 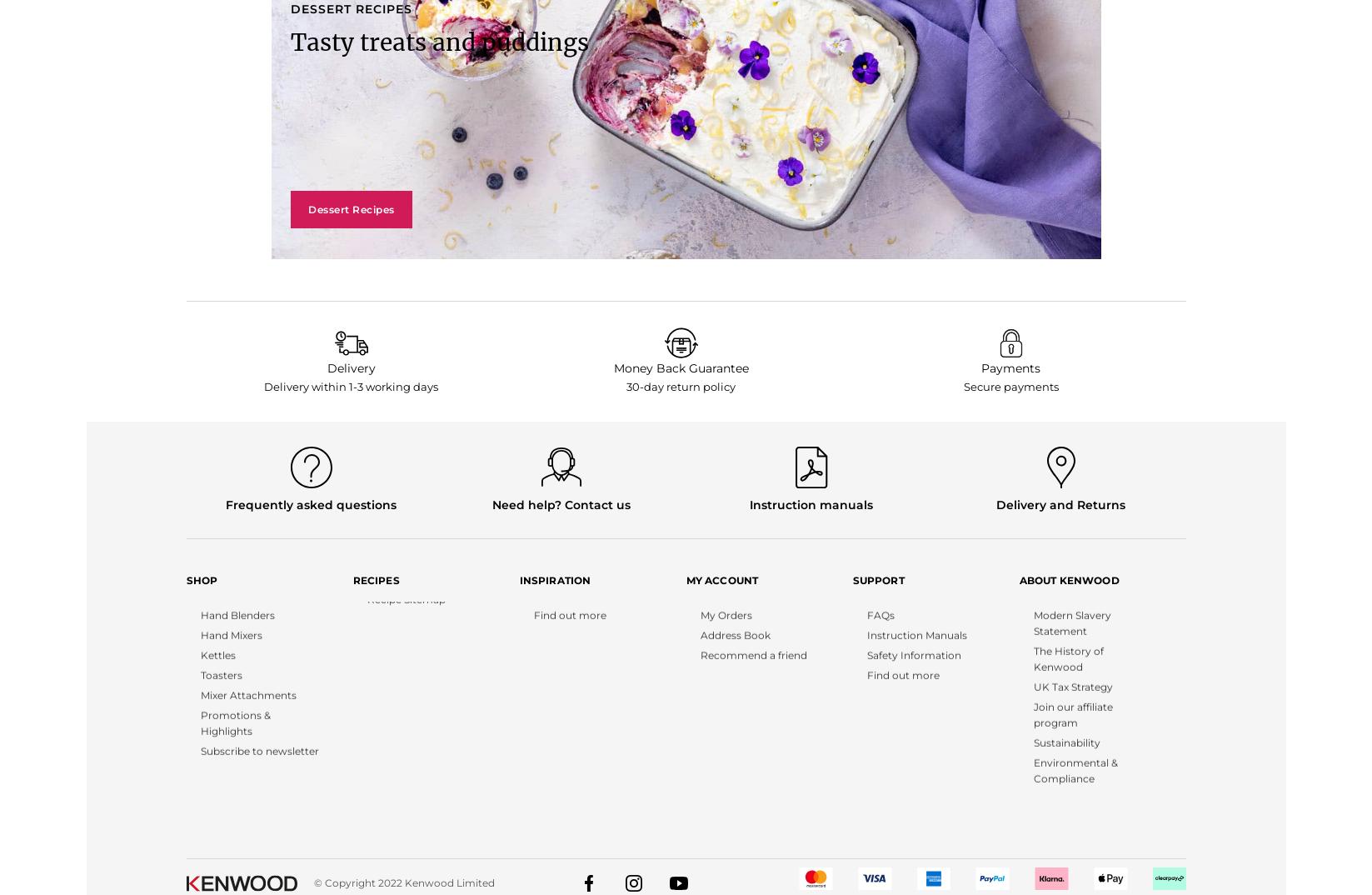 I want to click on 'FAQs', so click(x=866, y=649).